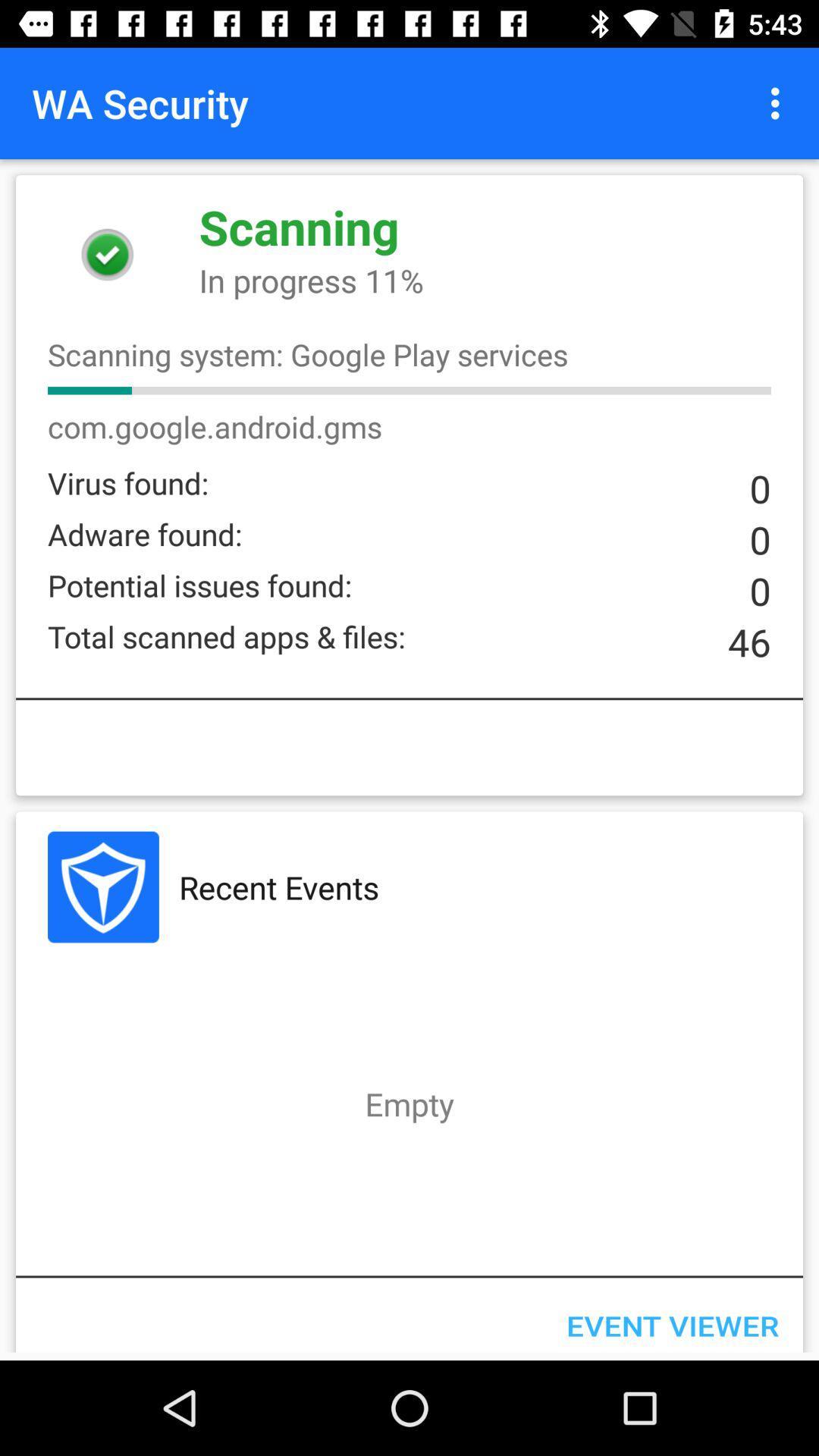 The height and width of the screenshot is (1456, 819). Describe the element at coordinates (672, 1318) in the screenshot. I see `event viewer` at that location.